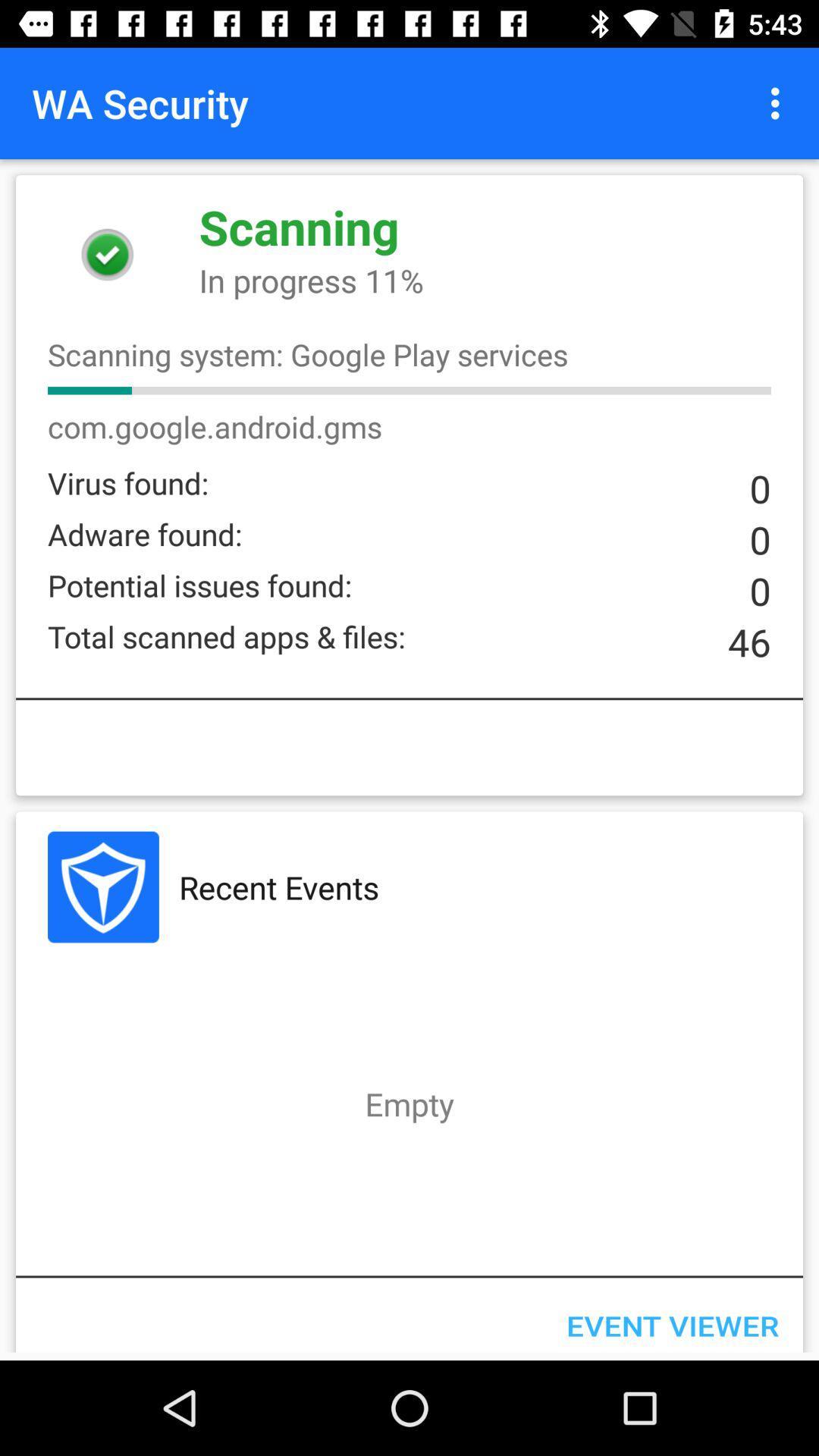 The height and width of the screenshot is (1456, 819). Describe the element at coordinates (672, 1318) in the screenshot. I see `event viewer` at that location.